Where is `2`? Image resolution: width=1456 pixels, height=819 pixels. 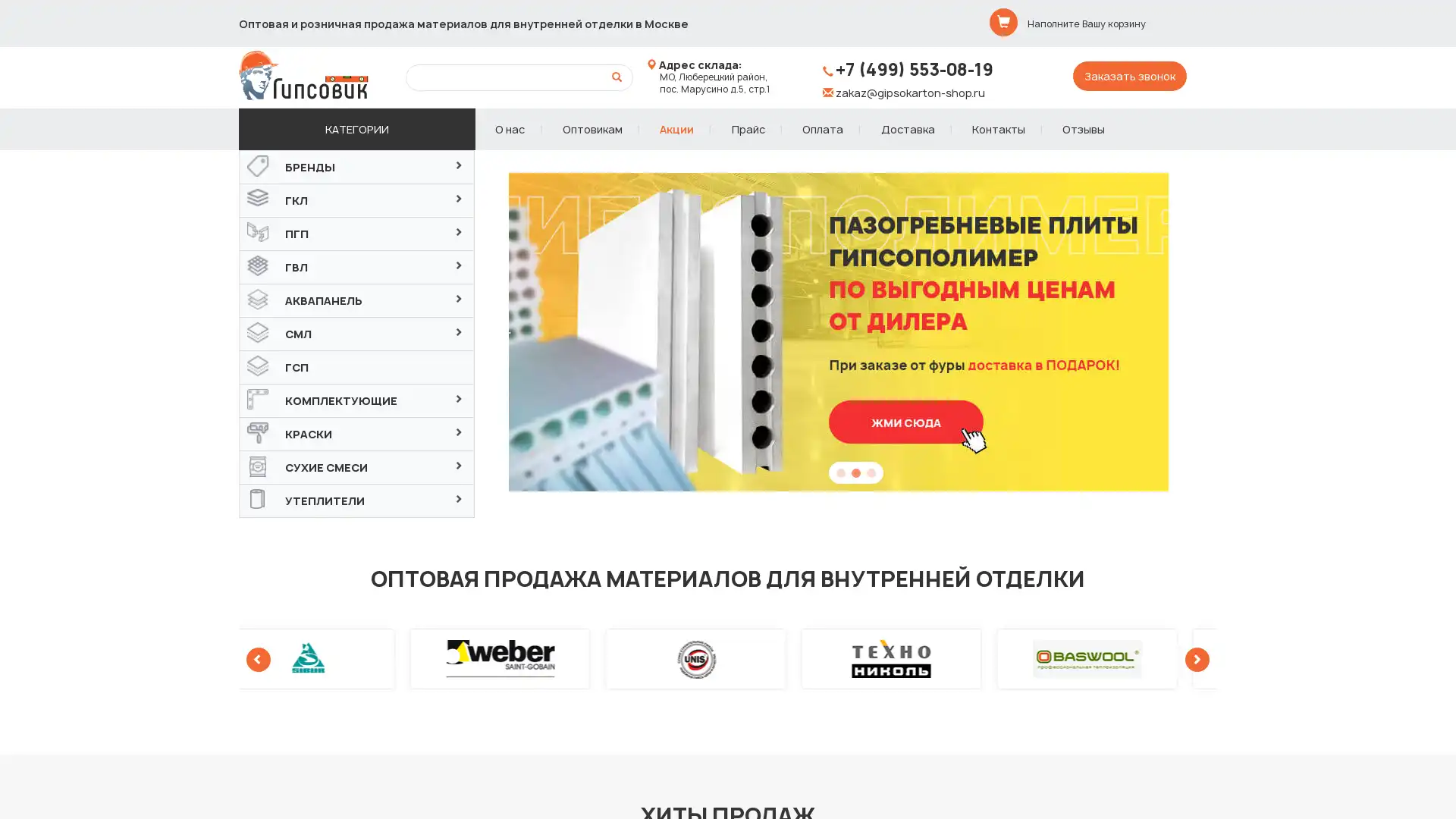 2 is located at coordinates (855, 475).